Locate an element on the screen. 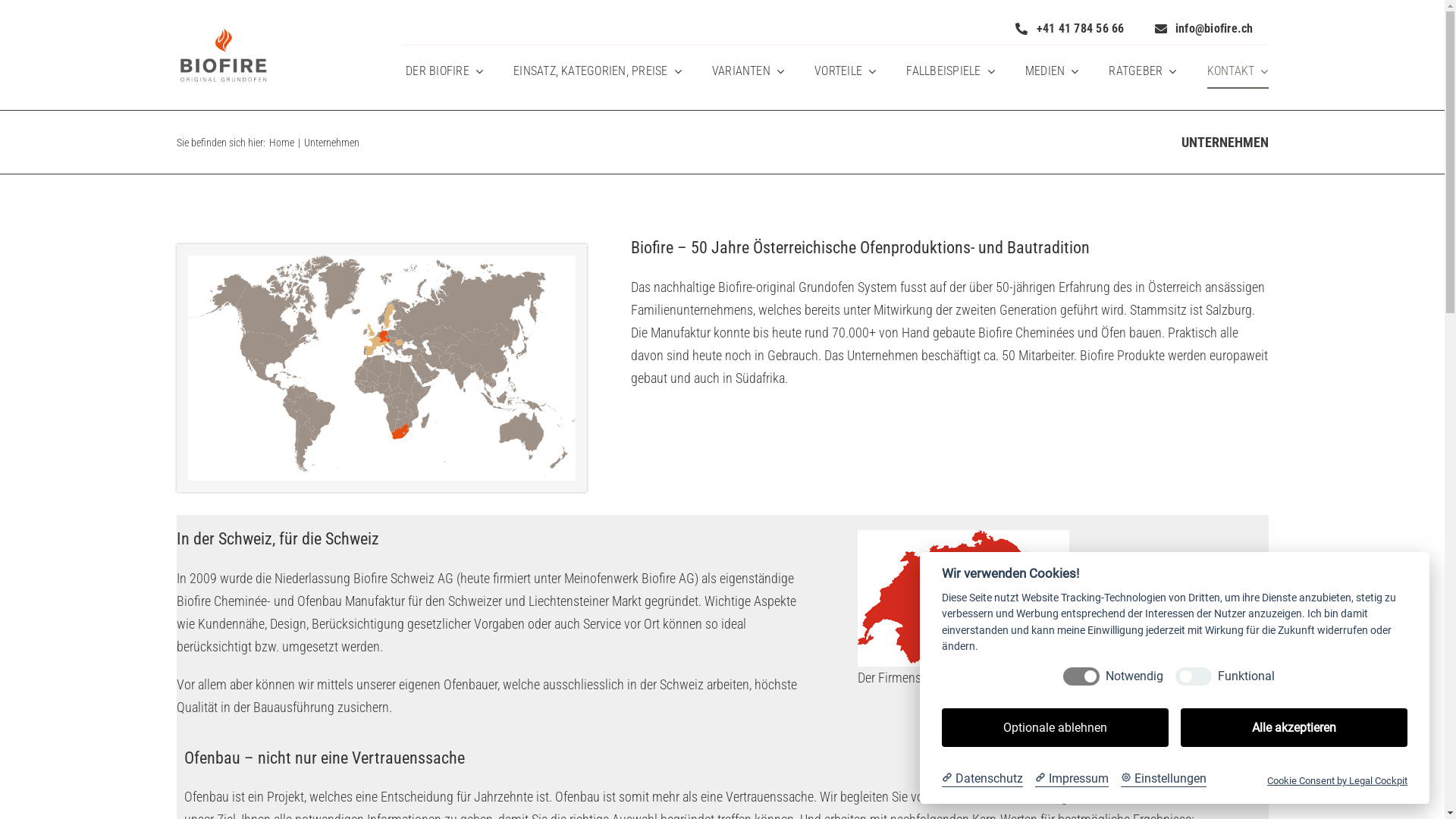  'Einstellungen' is located at coordinates (1163, 778).